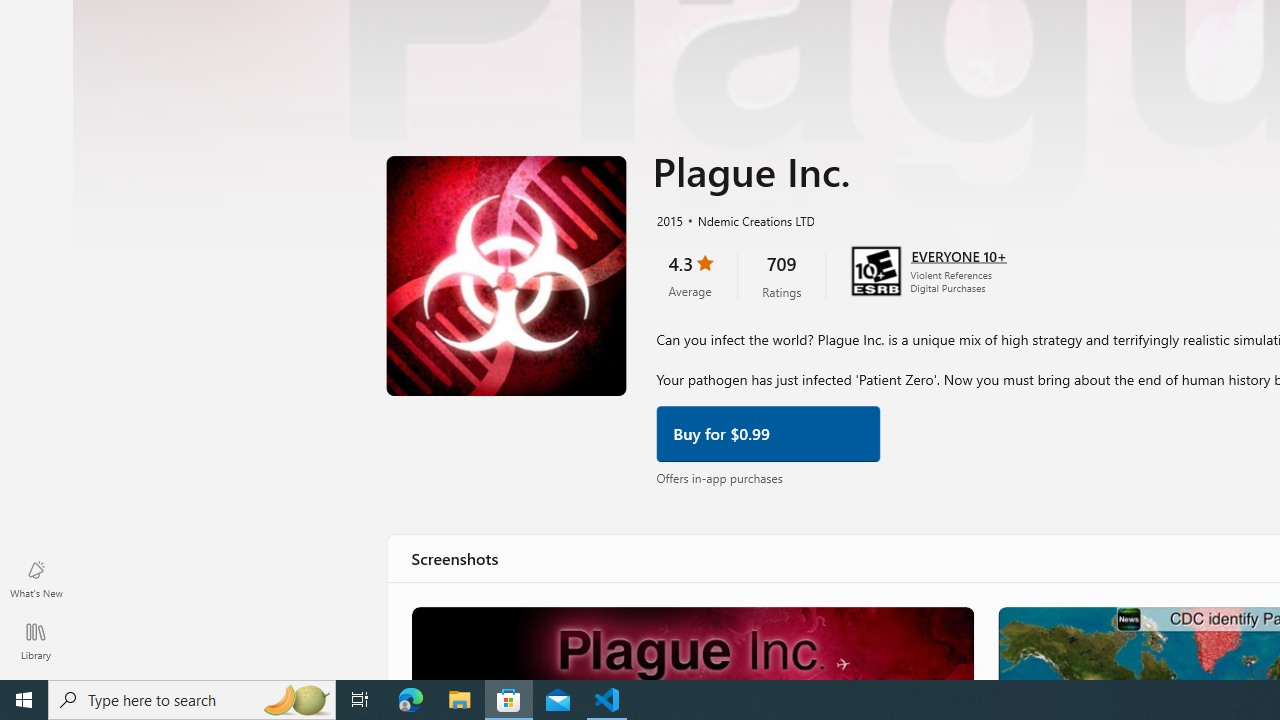 The height and width of the screenshot is (720, 1280). Describe the element at coordinates (668, 219) in the screenshot. I see `'2015'` at that location.